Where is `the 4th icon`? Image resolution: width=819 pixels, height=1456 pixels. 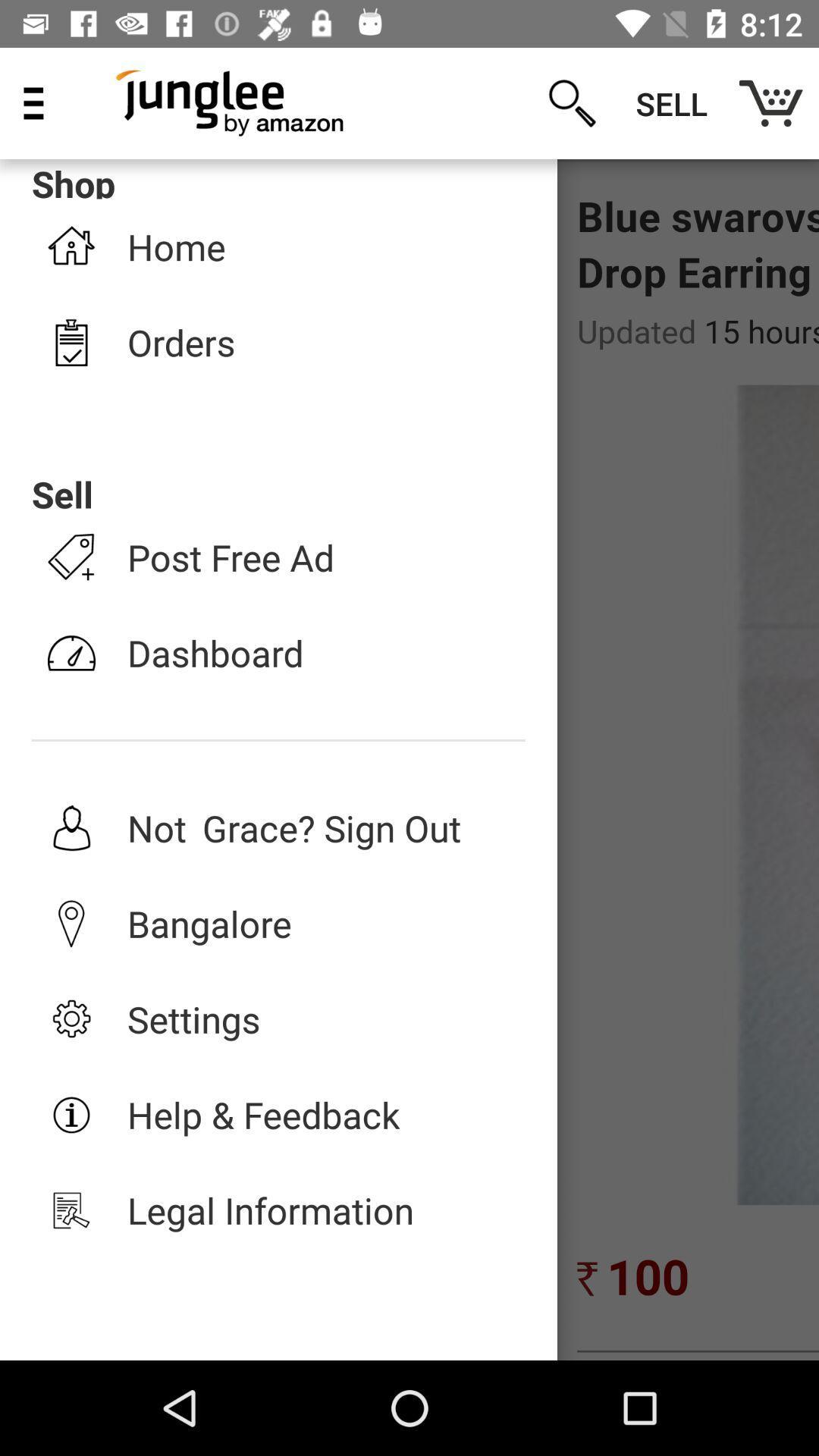 the 4th icon is located at coordinates (71, 653).